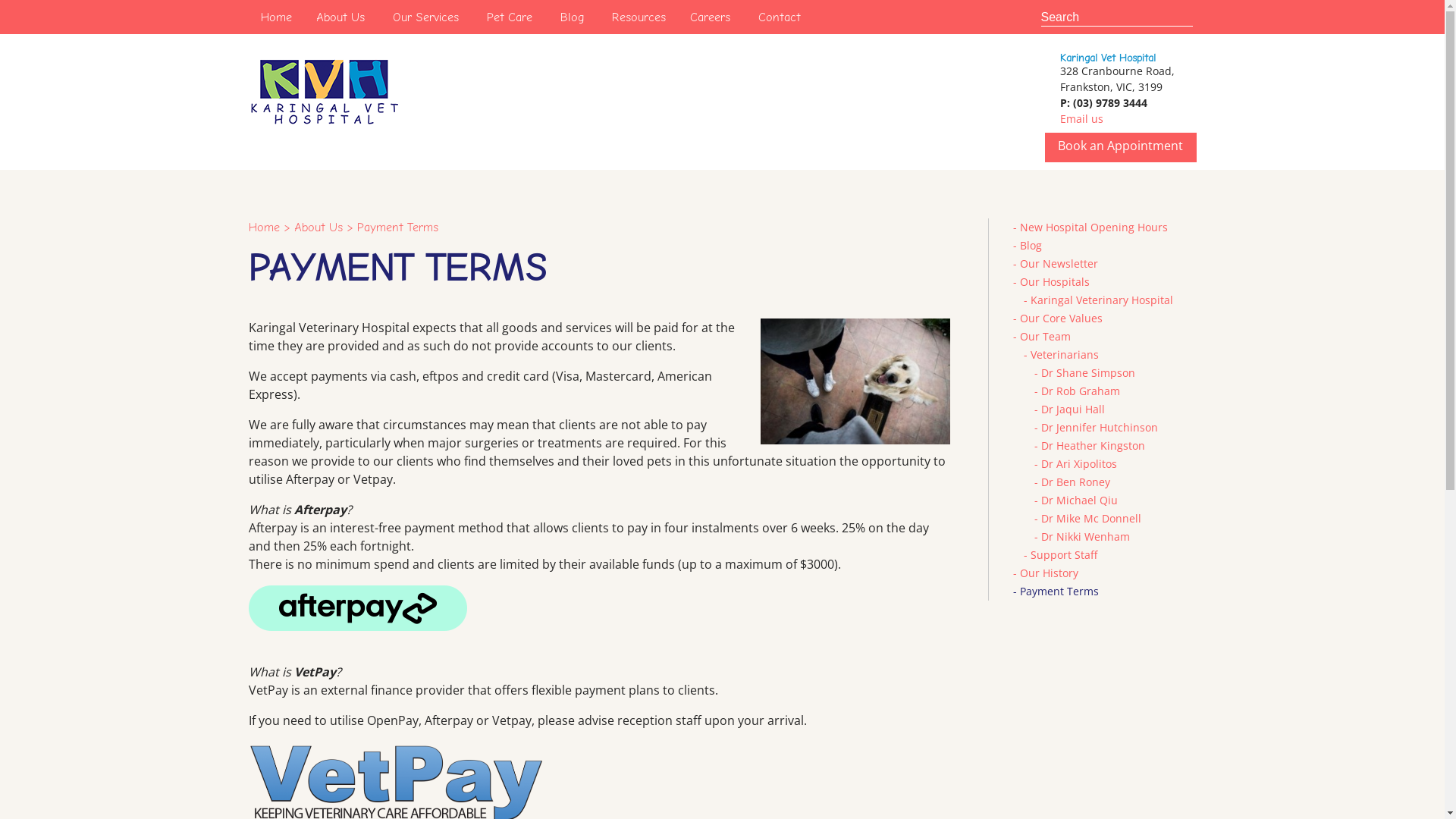 The width and height of the screenshot is (1456, 819). What do you see at coordinates (1090, 517) in the screenshot?
I see `'Dr Mike Mc Donnell'` at bounding box center [1090, 517].